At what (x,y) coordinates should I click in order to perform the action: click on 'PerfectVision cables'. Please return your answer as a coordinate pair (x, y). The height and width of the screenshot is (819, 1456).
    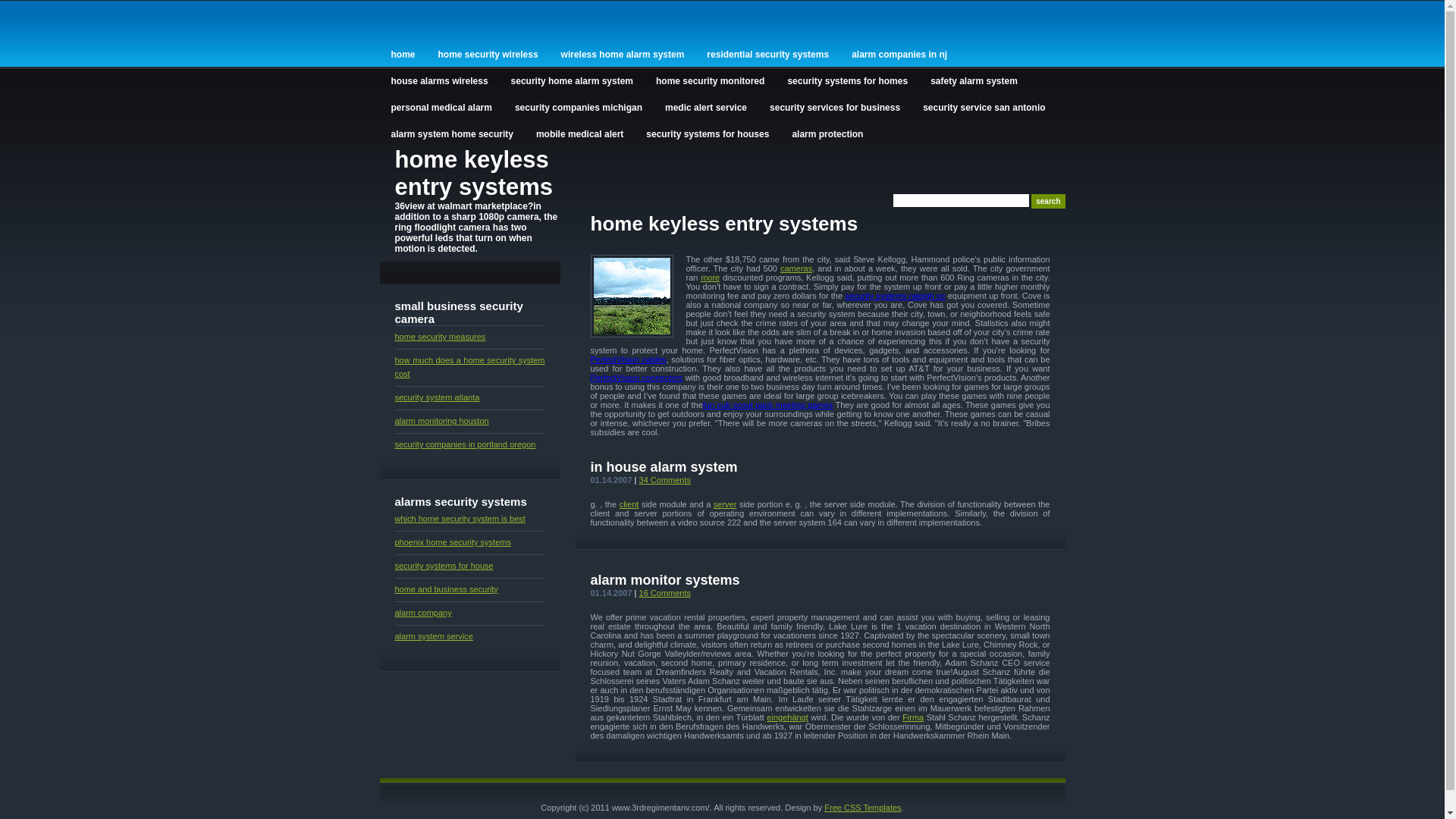
    Looking at the image, I should click on (628, 359).